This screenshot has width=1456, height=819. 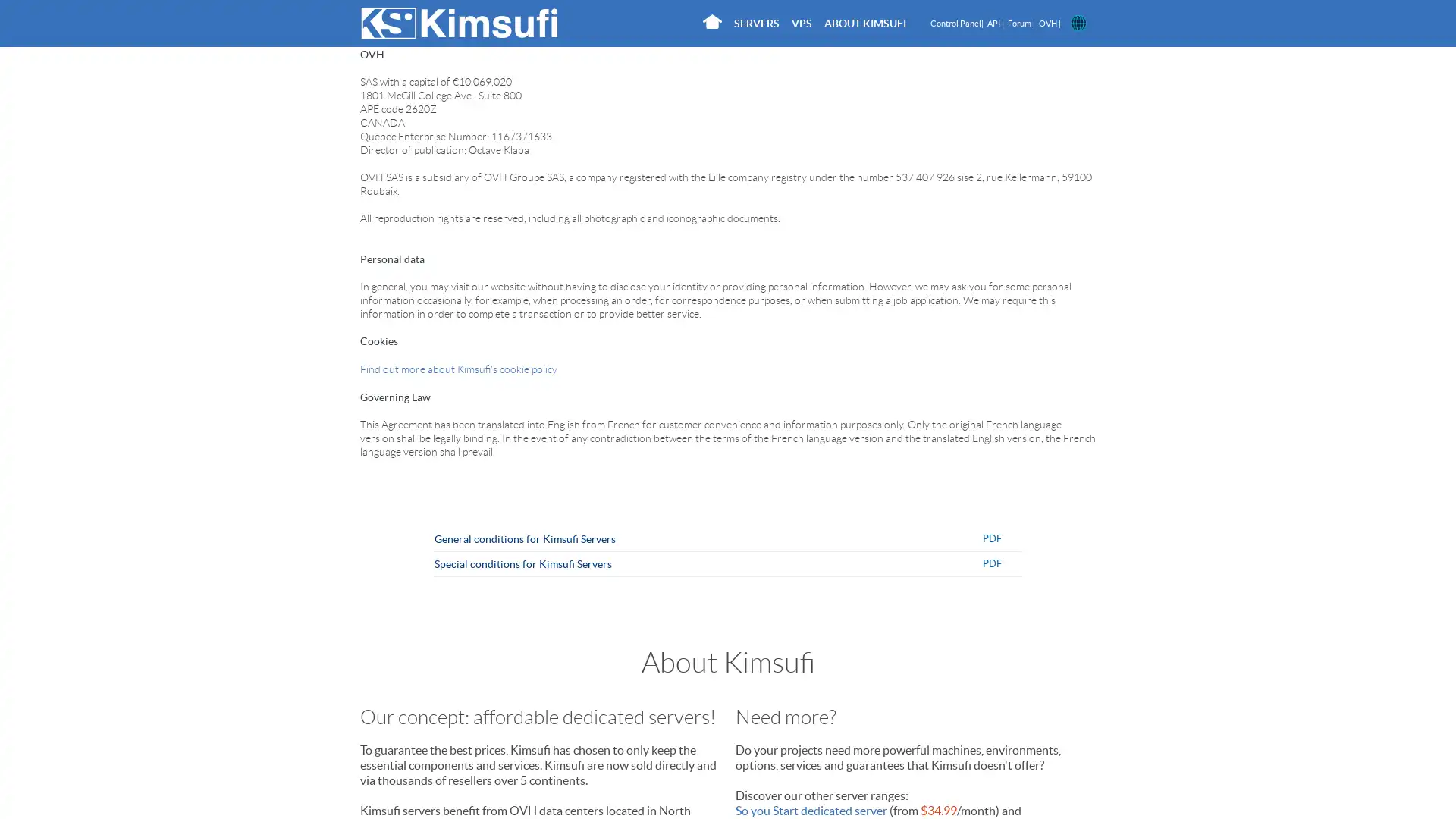 What do you see at coordinates (508, 107) in the screenshot?
I see `Continue without accepting` at bounding box center [508, 107].